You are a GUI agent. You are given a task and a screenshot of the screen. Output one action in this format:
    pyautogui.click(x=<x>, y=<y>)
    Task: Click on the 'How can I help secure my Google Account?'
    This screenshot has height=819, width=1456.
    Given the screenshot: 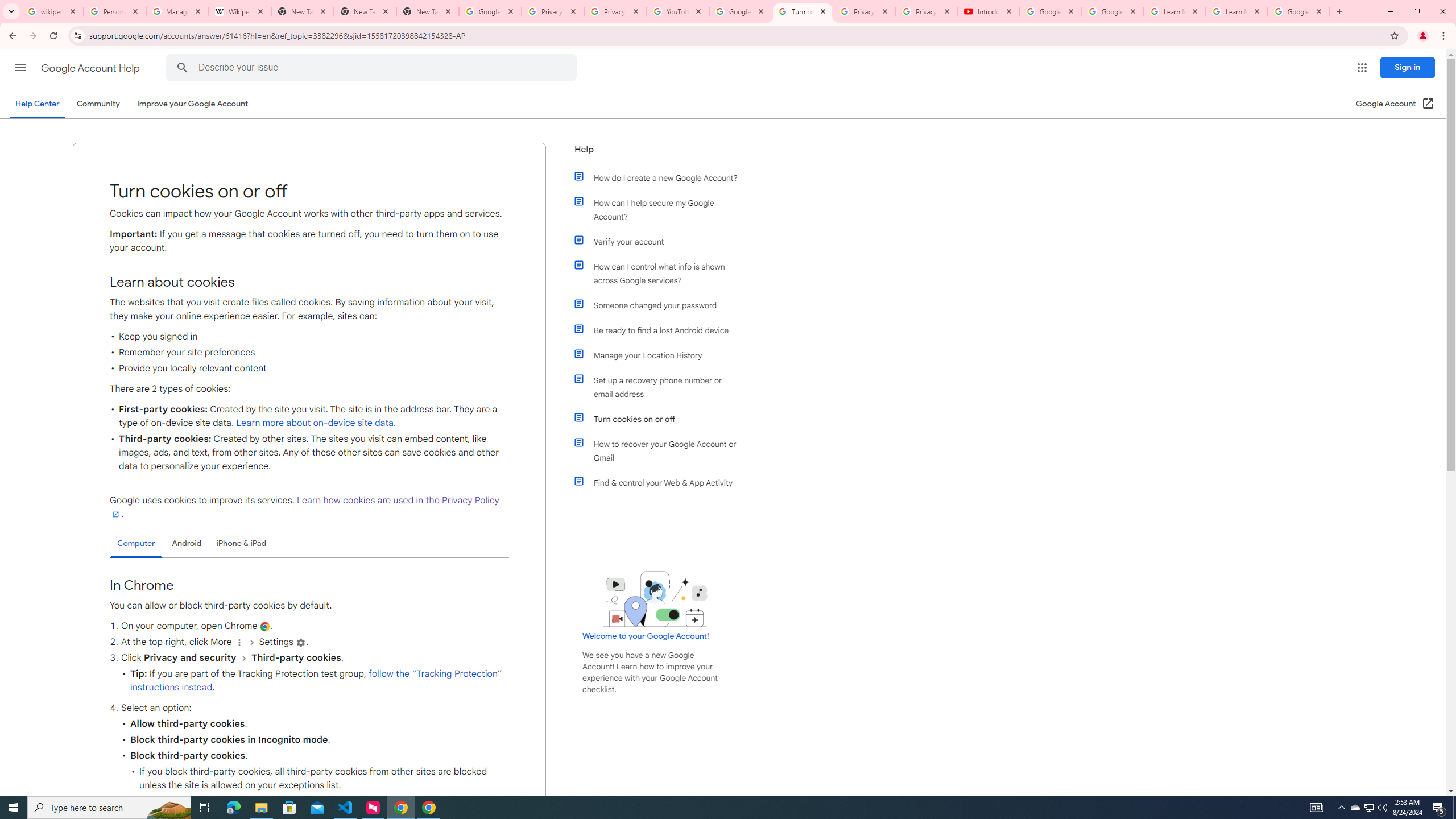 What is the action you would take?
    pyautogui.click(x=661, y=209)
    